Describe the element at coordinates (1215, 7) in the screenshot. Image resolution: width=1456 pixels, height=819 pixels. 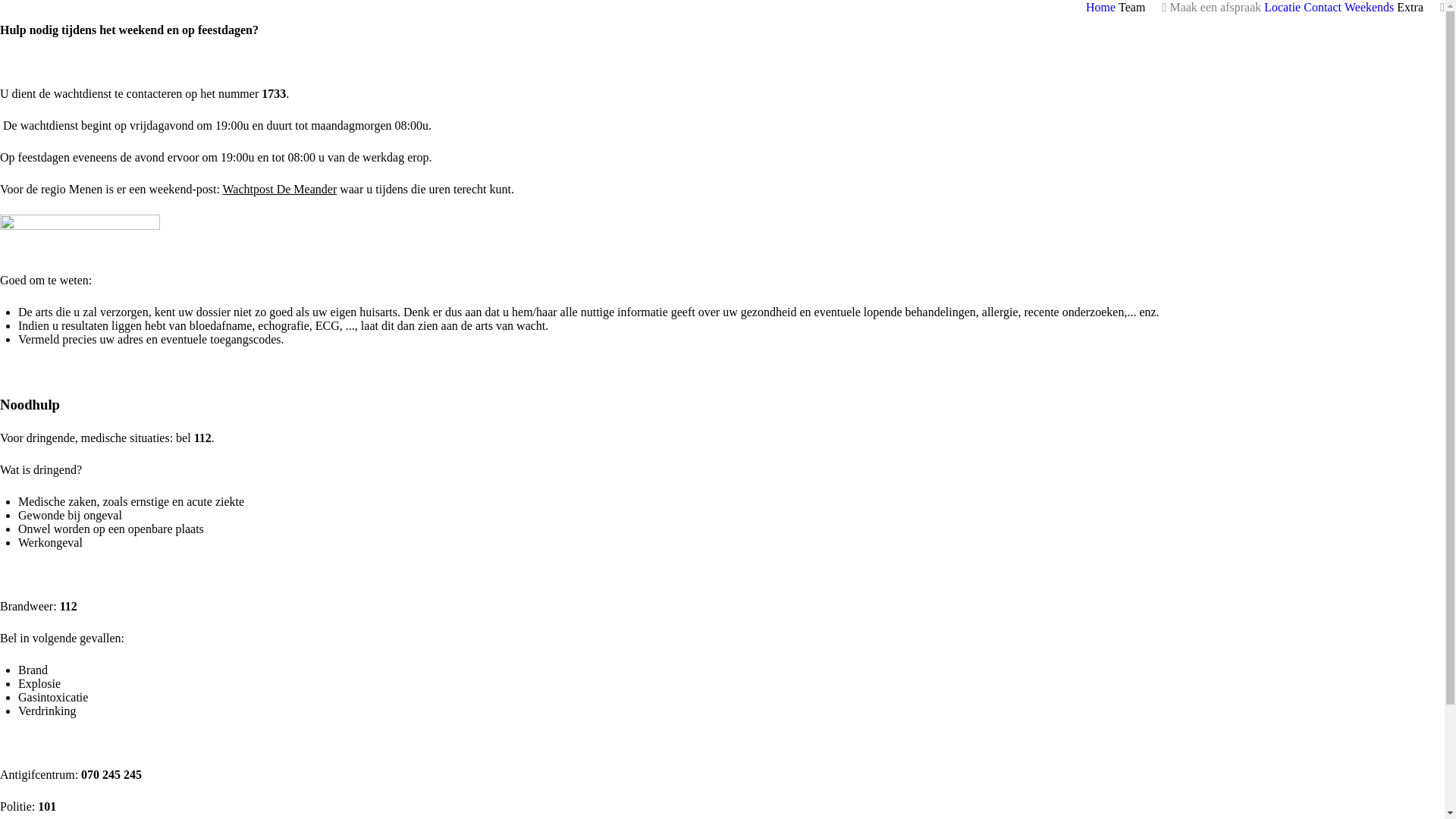
I see `'Maak een afspraak'` at that location.